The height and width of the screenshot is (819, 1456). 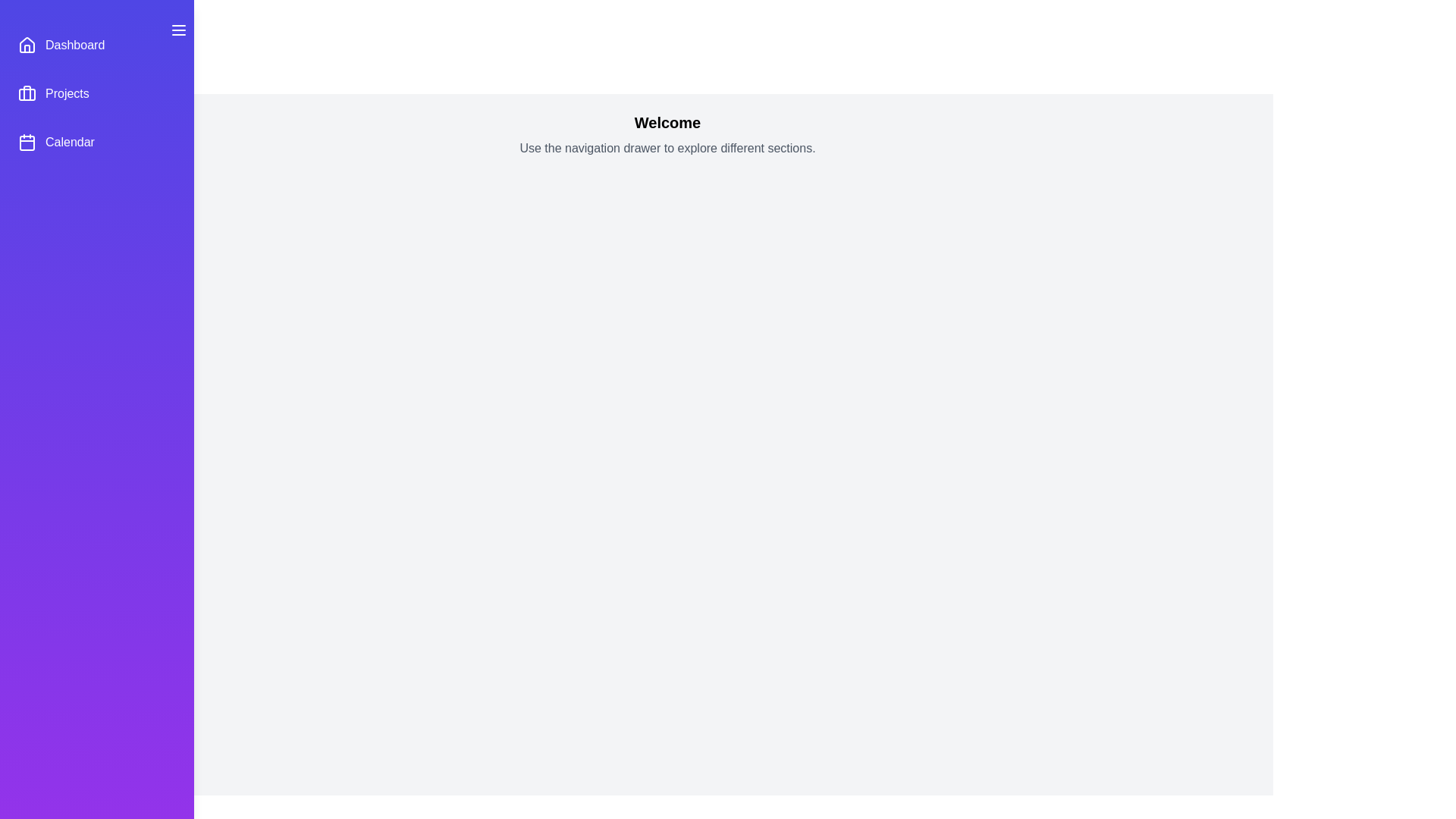 I want to click on the menu item Projects in the drawer, so click(x=96, y=93).